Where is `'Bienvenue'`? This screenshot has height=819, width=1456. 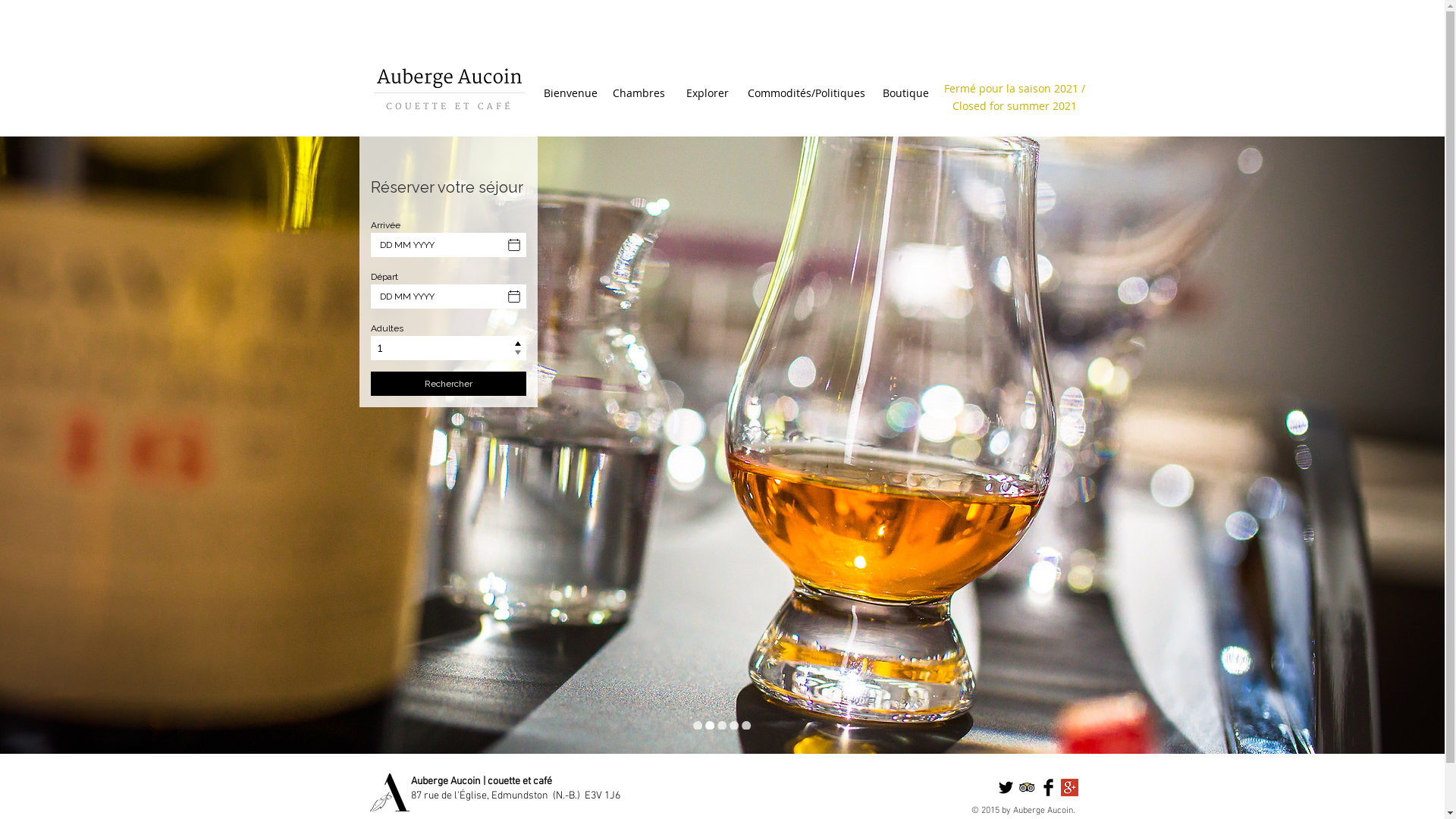
'Bienvenue' is located at coordinates (569, 93).